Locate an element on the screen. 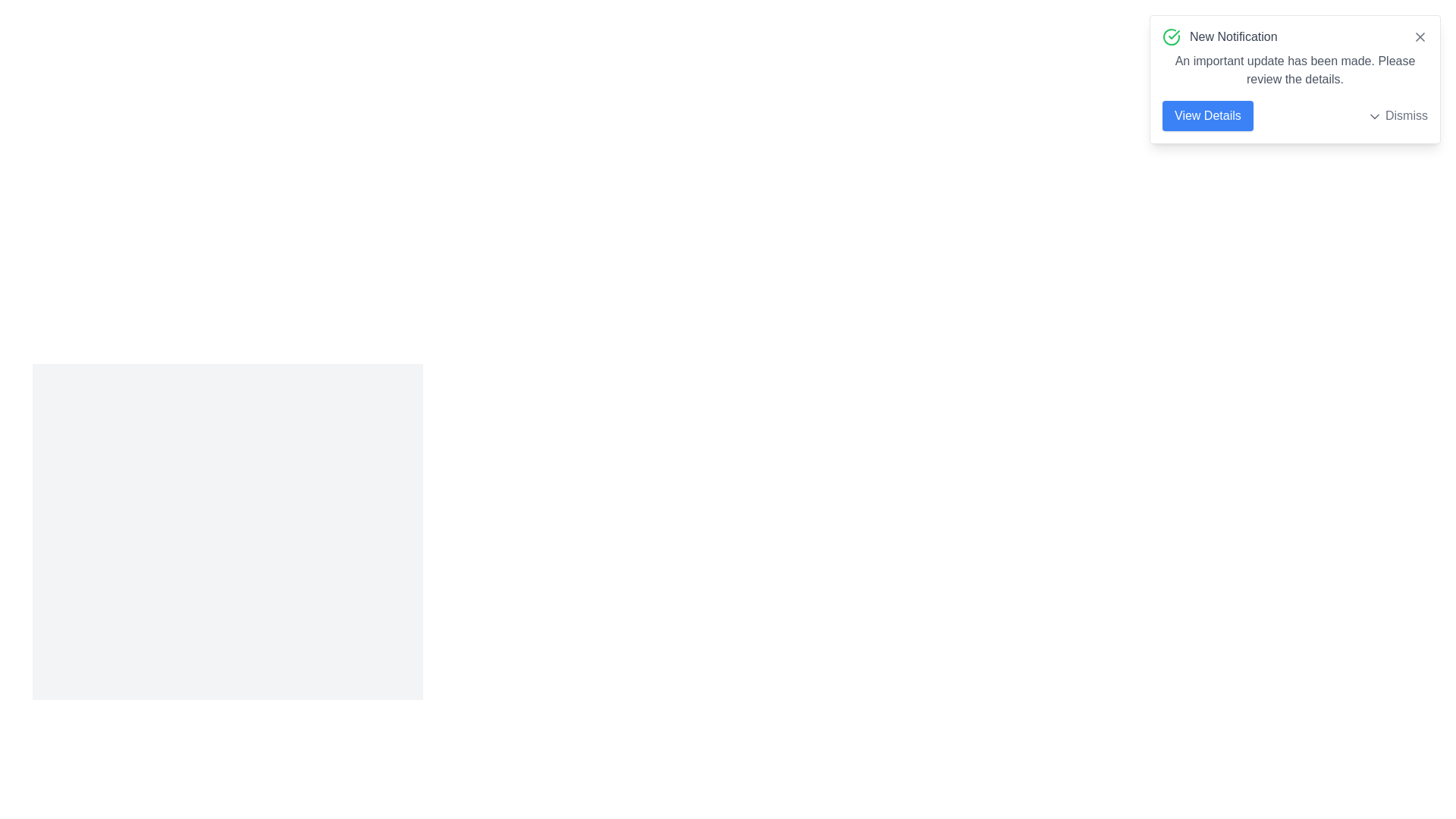 Image resolution: width=1456 pixels, height=819 pixels. the close button of the notification alert is located at coordinates (1419, 36).